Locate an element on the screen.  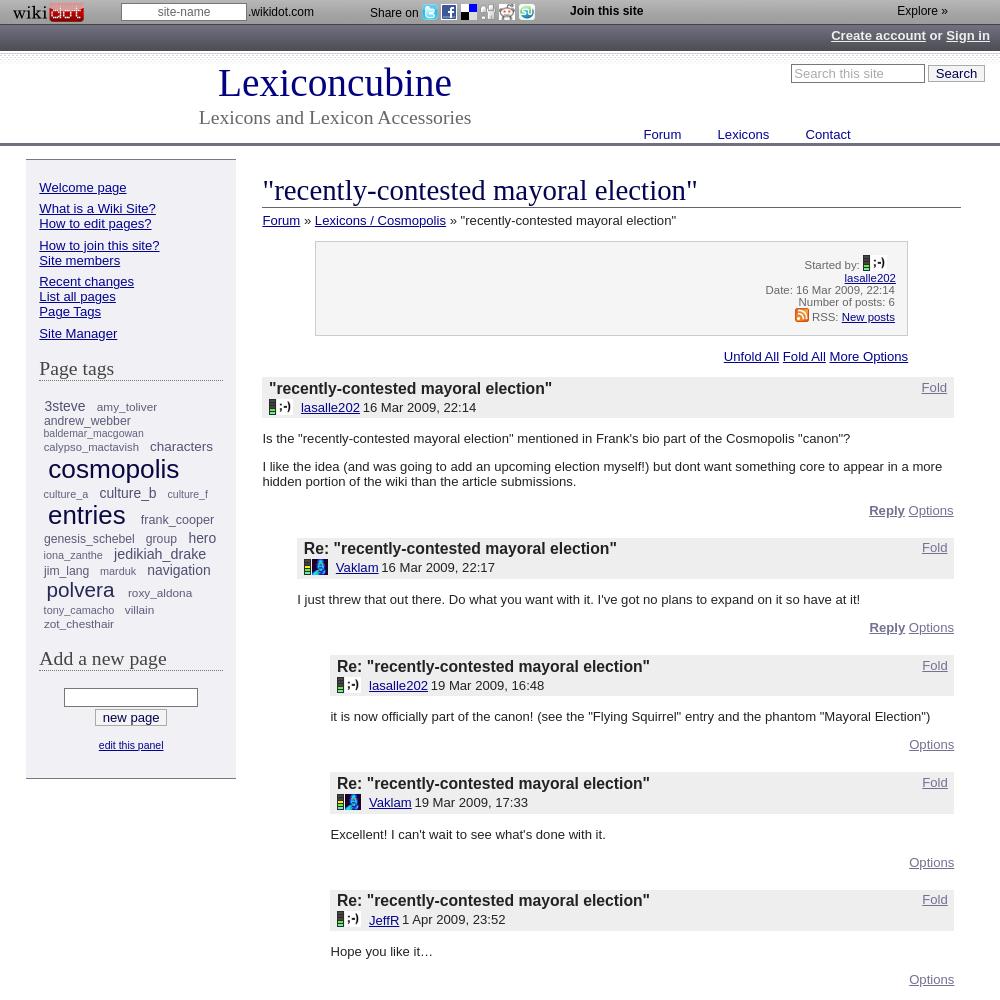
'Forum' is located at coordinates (281, 218).